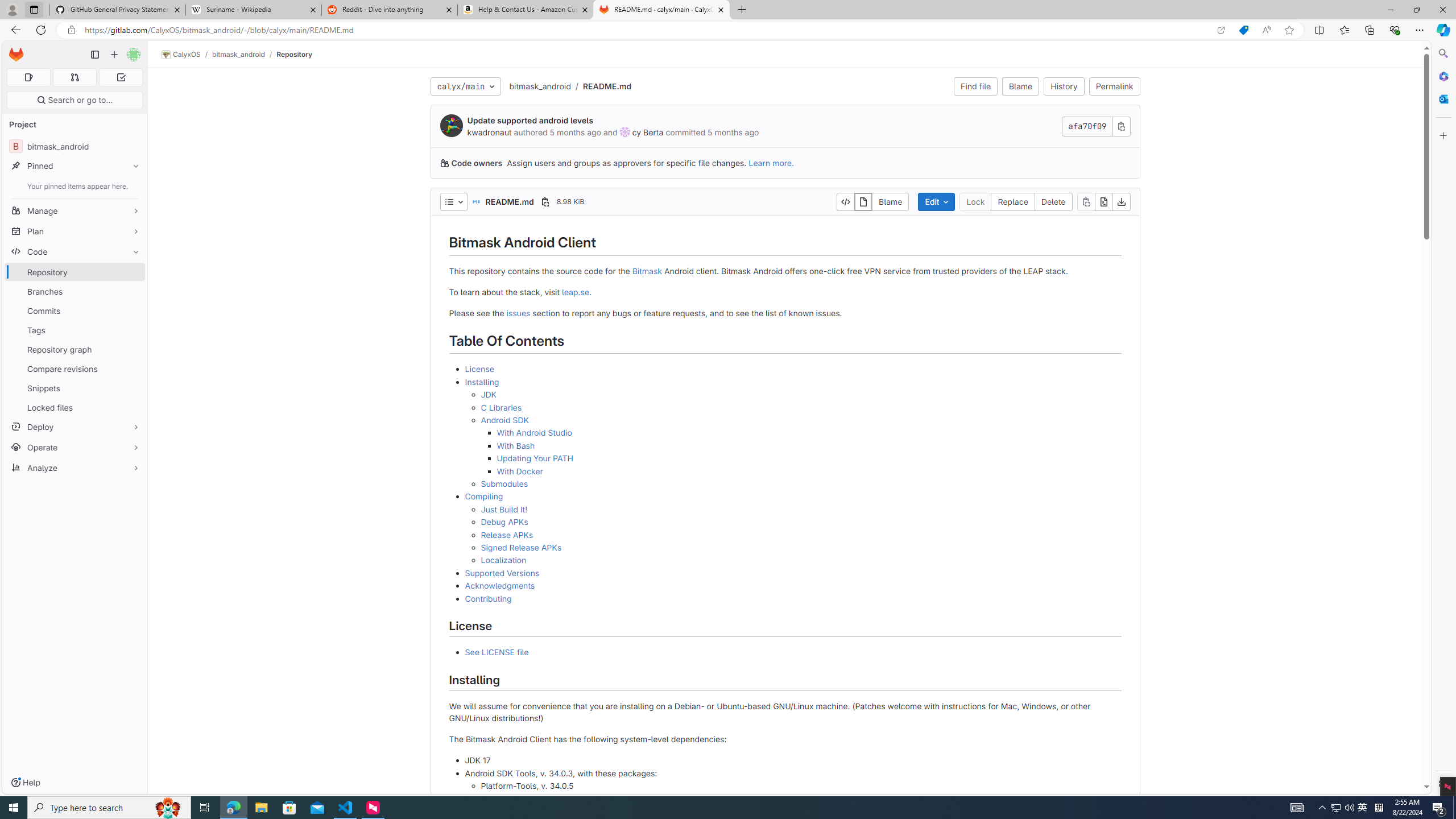  Describe the element at coordinates (74, 146) in the screenshot. I see `'B bitmask_android'` at that location.